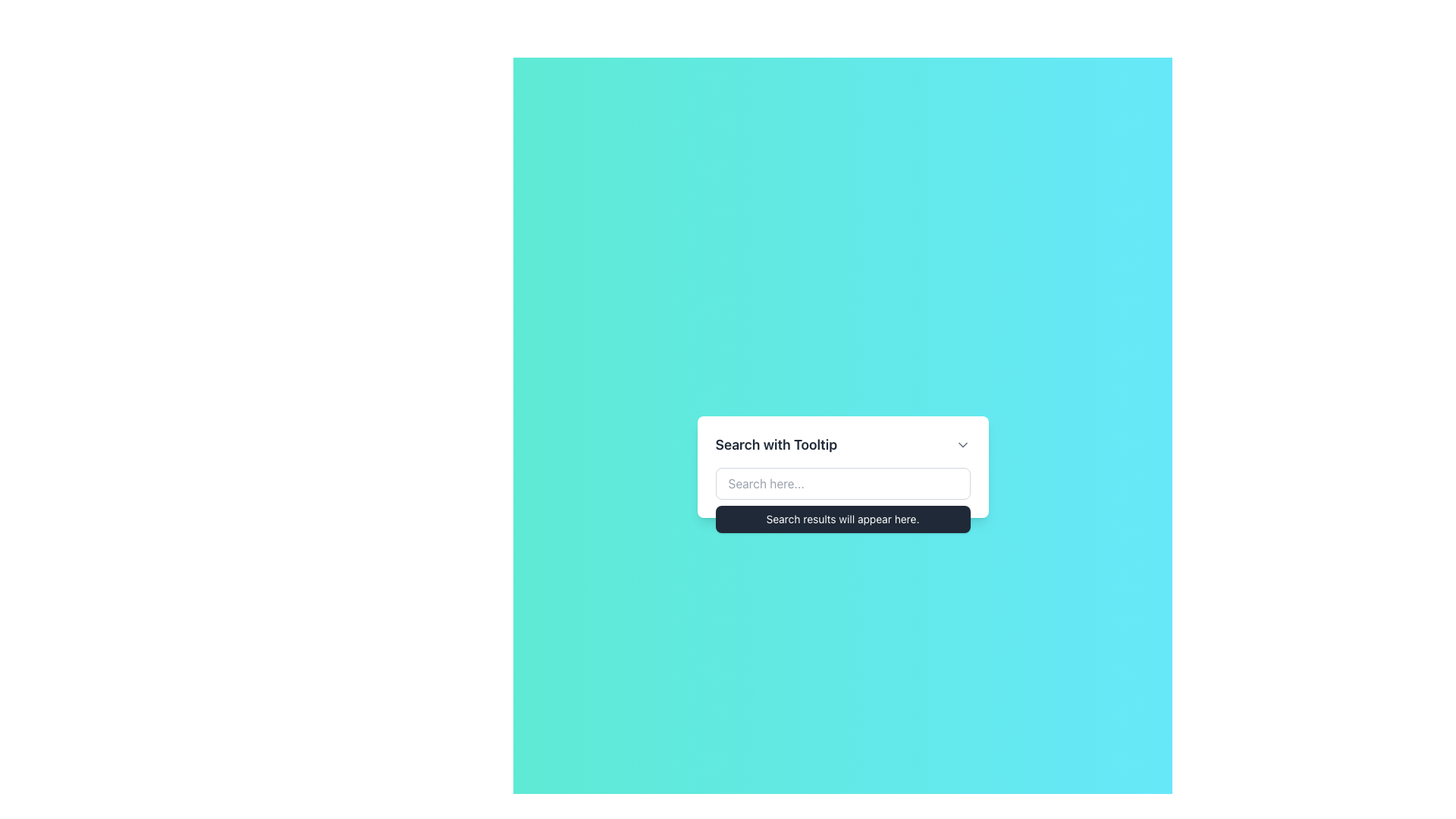 Image resolution: width=1456 pixels, height=819 pixels. Describe the element at coordinates (842, 519) in the screenshot. I see `the tooltip with the message 'Search results will appear here.' which is styled with a dark gray background and white text, located immediately below the search bar` at that location.